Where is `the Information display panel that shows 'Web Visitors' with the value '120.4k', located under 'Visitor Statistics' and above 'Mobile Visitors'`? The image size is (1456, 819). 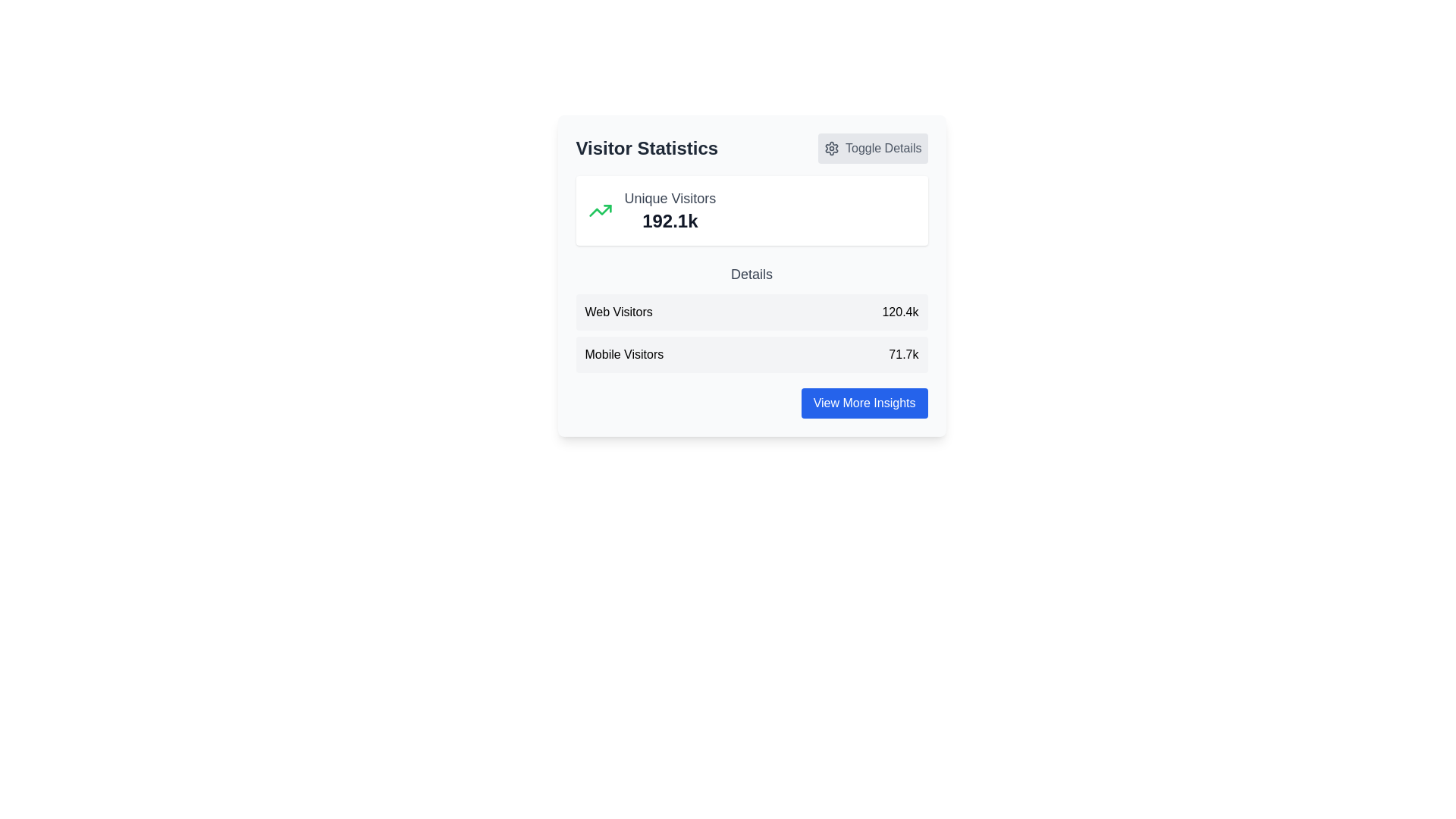
the Information display panel that shows 'Web Visitors' with the value '120.4k', located under 'Visitor Statistics' and above 'Mobile Visitors' is located at coordinates (752, 312).